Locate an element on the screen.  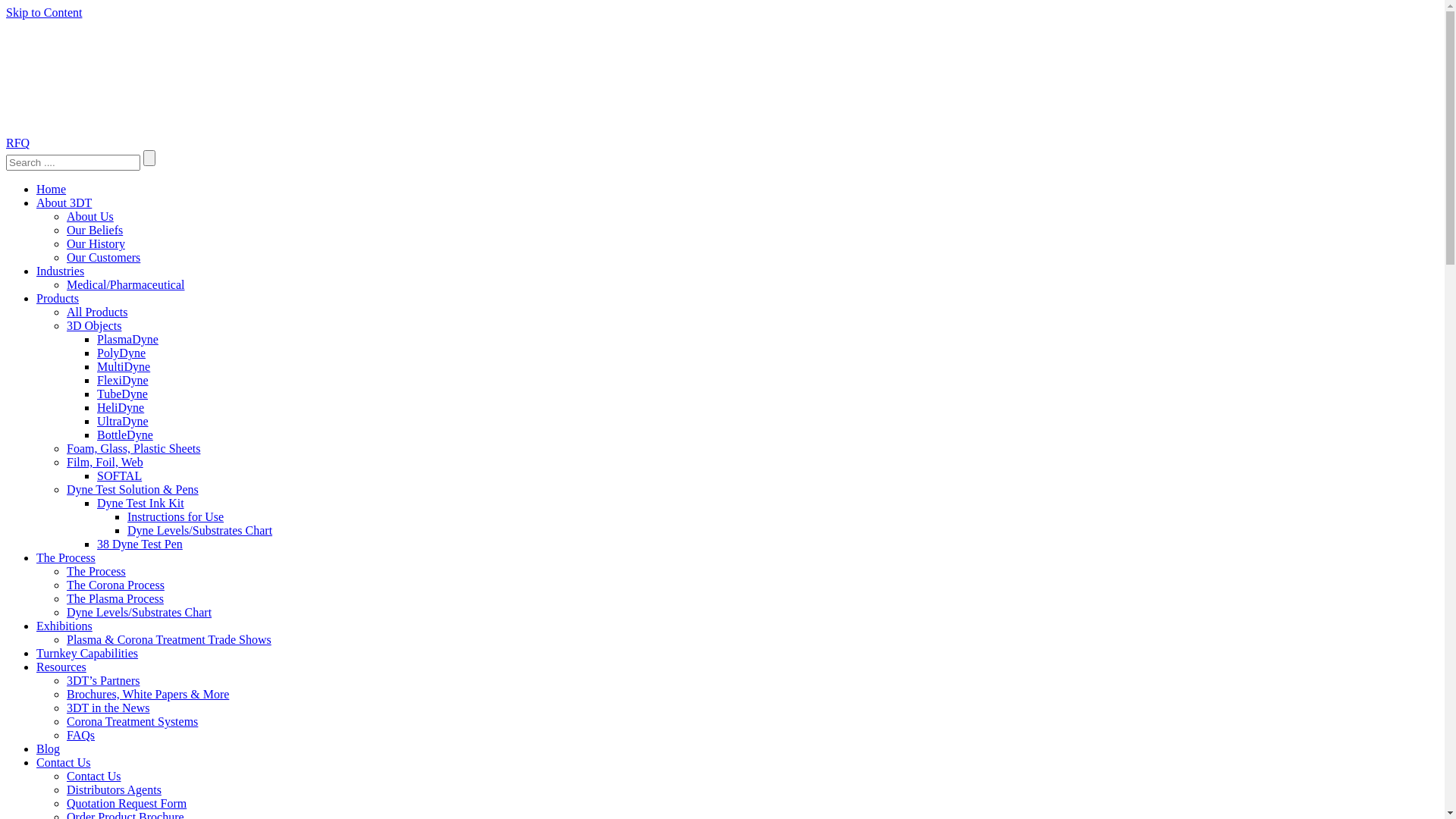
'All Products' is located at coordinates (96, 311).